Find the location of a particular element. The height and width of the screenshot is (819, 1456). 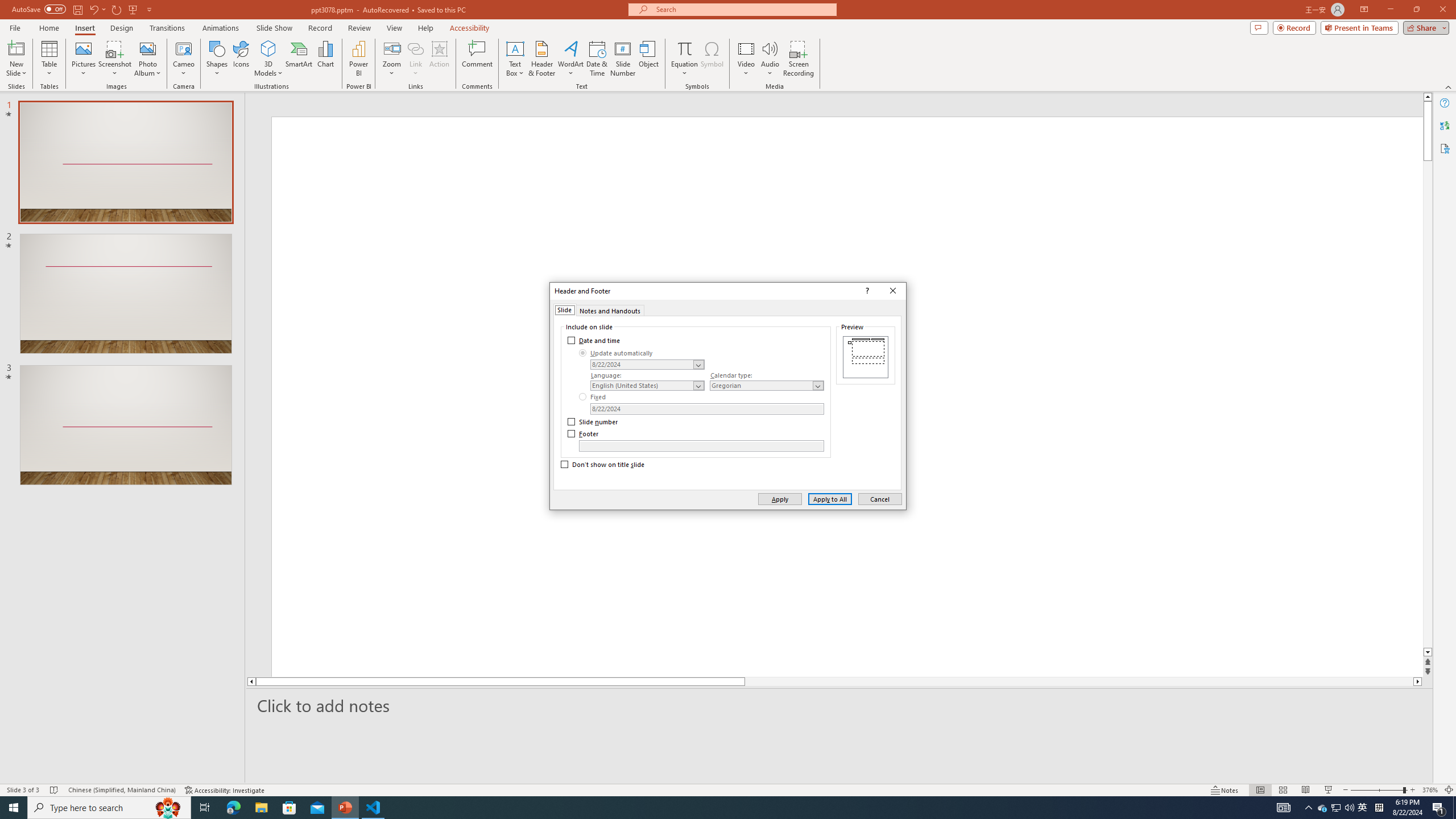

'Draw Horizontal Text Box' is located at coordinates (515, 48).